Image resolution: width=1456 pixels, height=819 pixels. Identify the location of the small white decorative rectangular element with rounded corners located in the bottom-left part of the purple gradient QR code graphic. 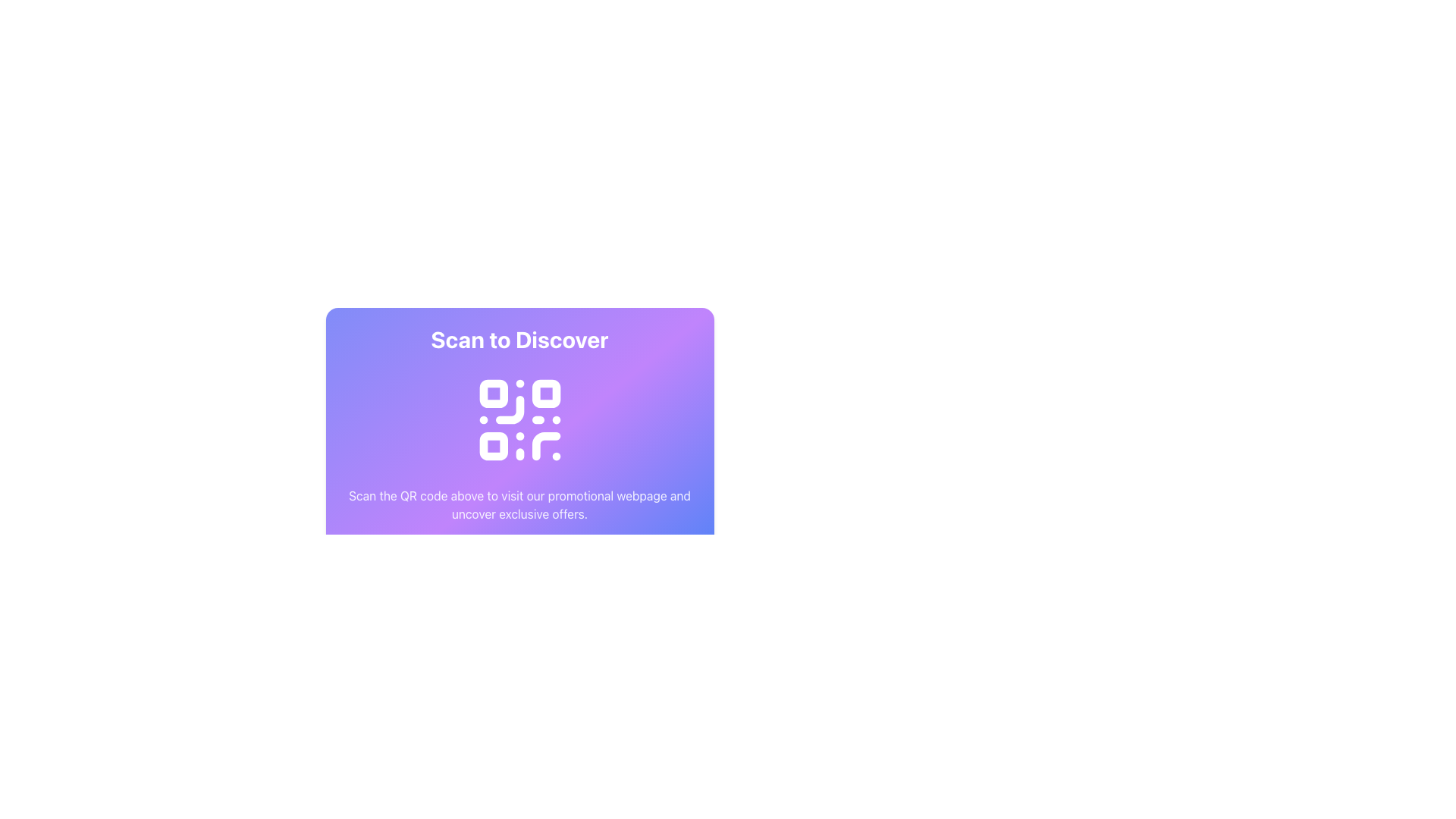
(493, 445).